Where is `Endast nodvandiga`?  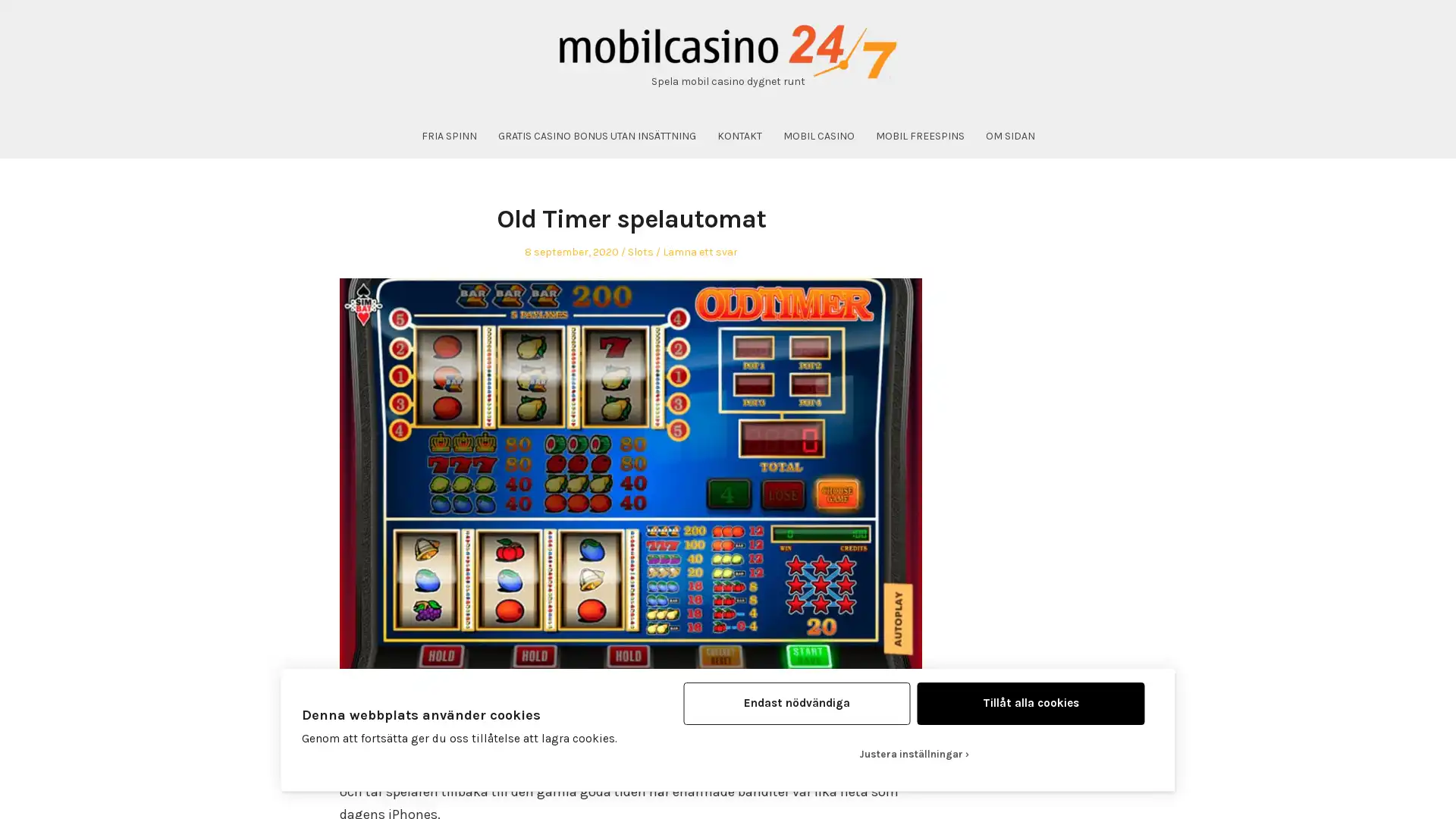 Endast nodvandiga is located at coordinates (795, 702).